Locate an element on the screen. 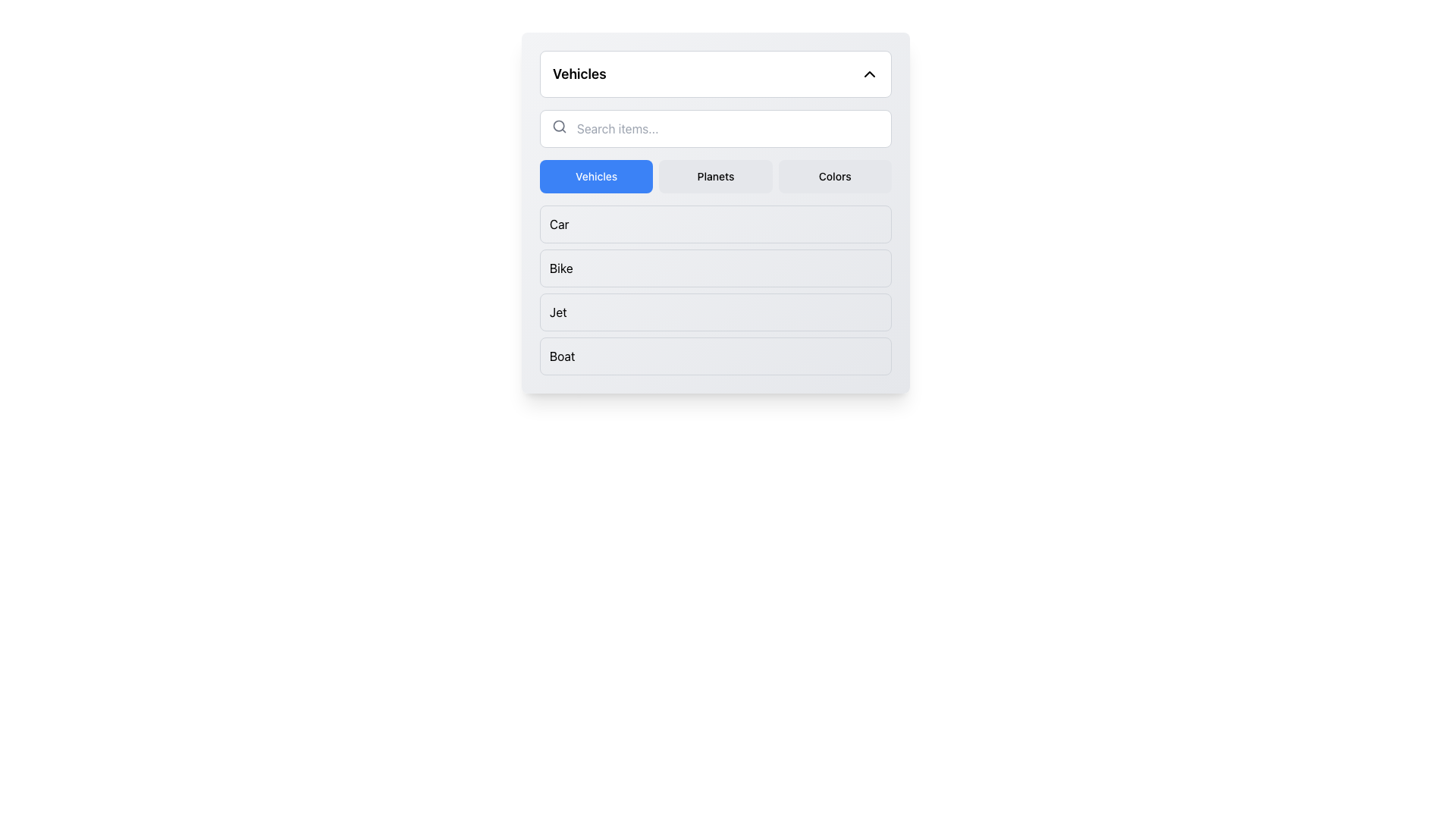 The width and height of the screenshot is (1456, 819). the 'Colors' button located in the top-right section of the panel, which is the third button in a horizontal layout of three buttons is located at coordinates (834, 175).